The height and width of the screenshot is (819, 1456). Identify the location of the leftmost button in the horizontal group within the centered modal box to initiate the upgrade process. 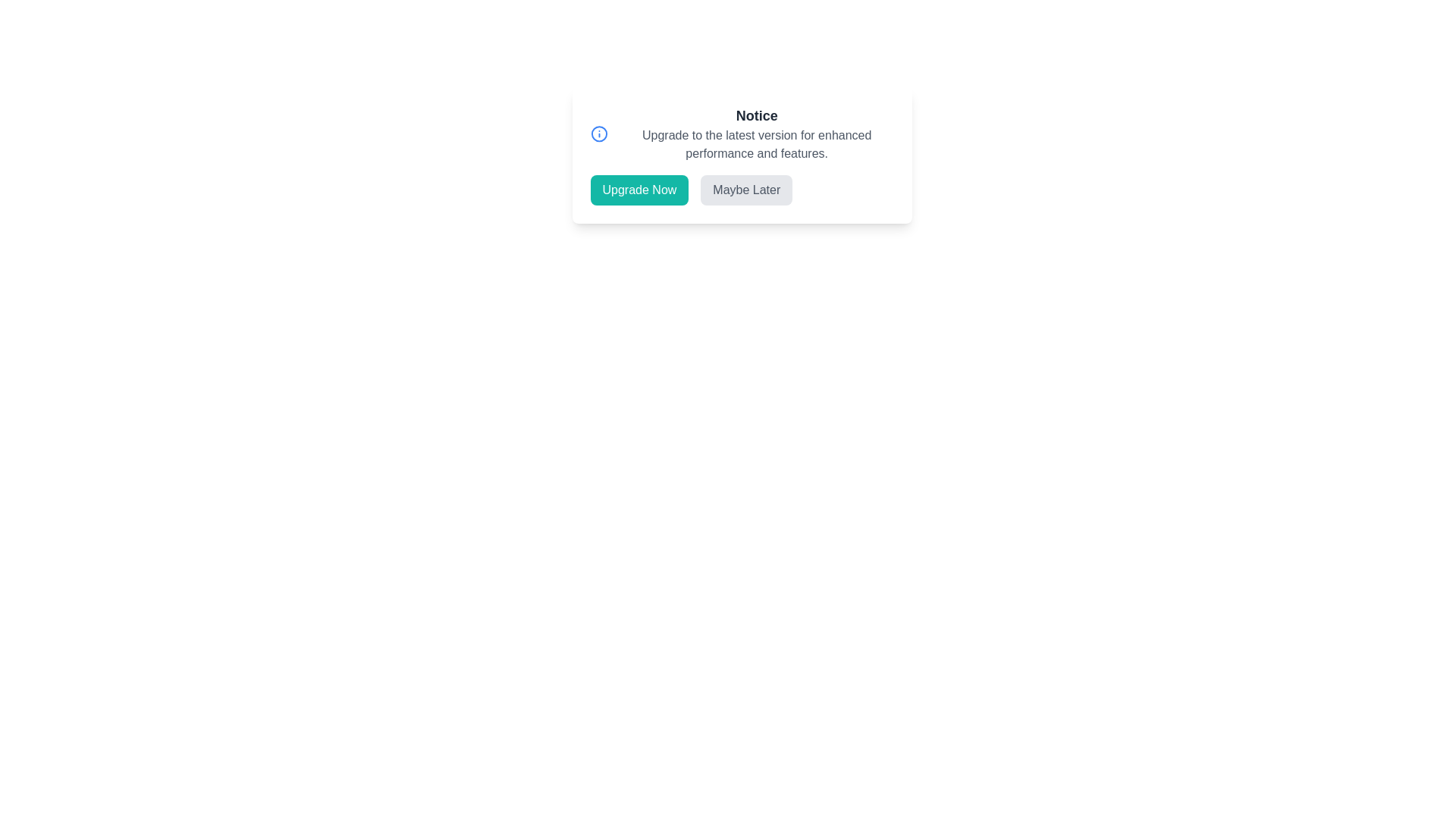
(639, 189).